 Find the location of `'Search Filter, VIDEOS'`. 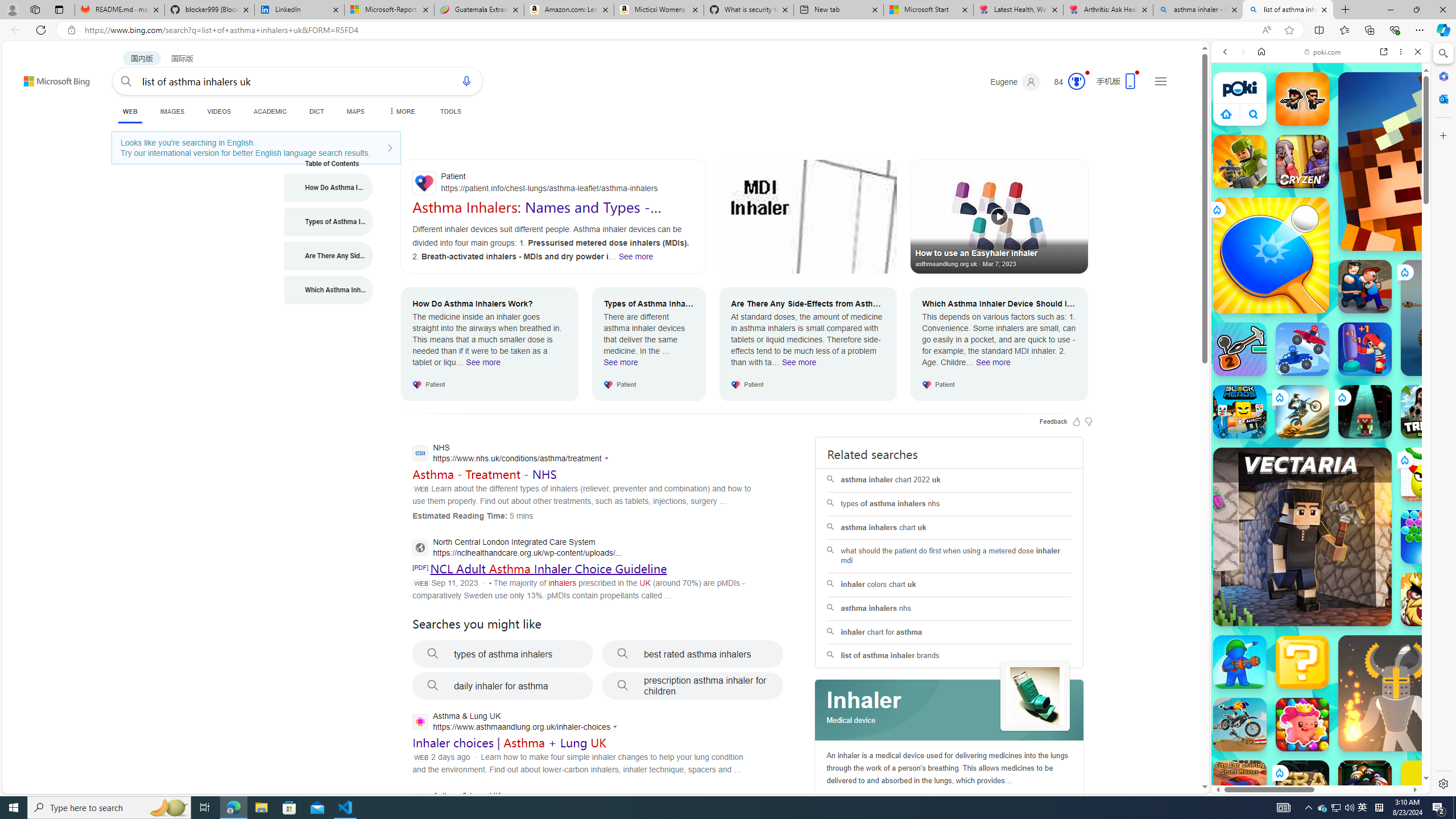

'Search Filter, VIDEOS' is located at coordinates (1300, 129).